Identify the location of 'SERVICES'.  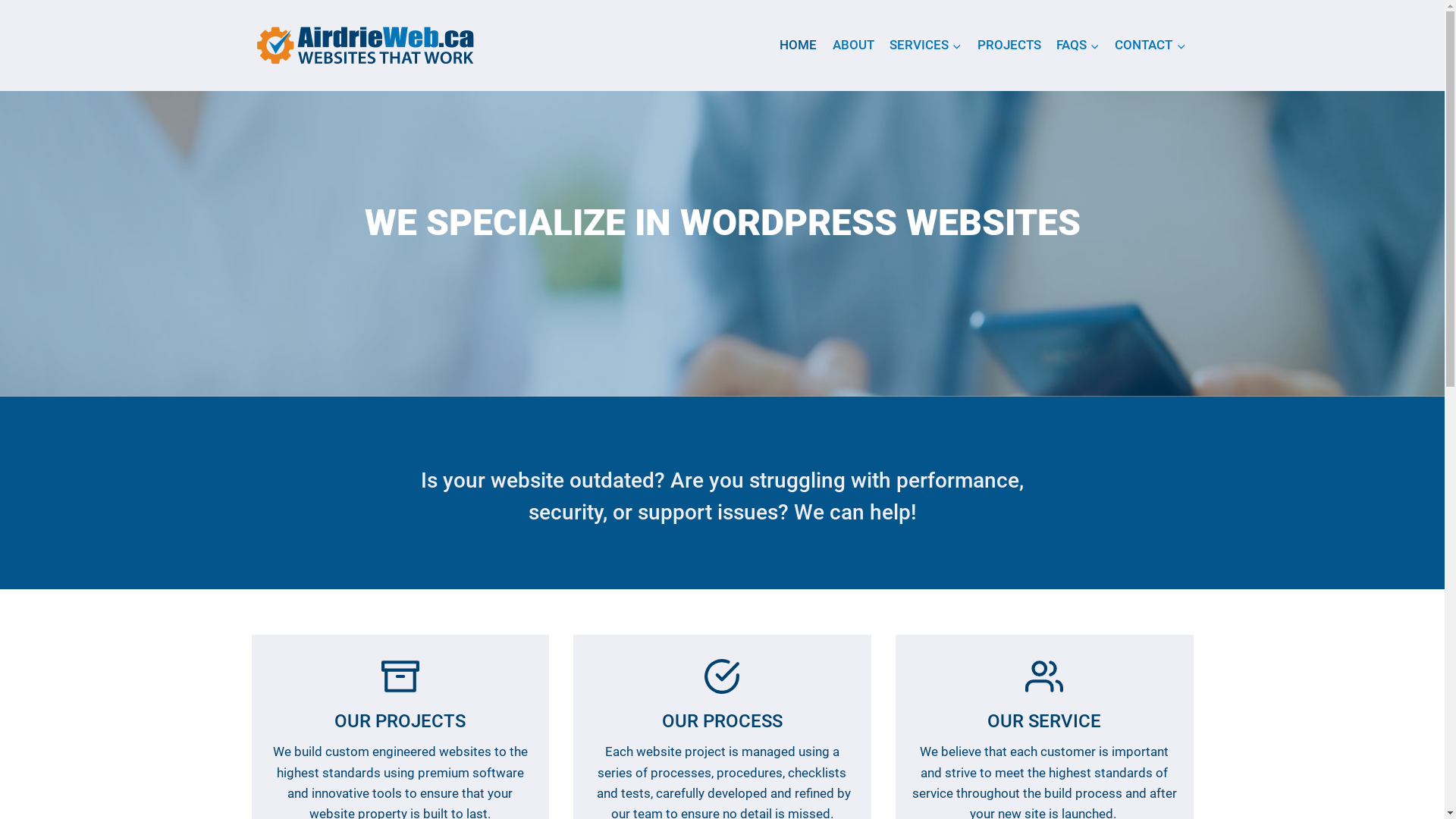
(924, 45).